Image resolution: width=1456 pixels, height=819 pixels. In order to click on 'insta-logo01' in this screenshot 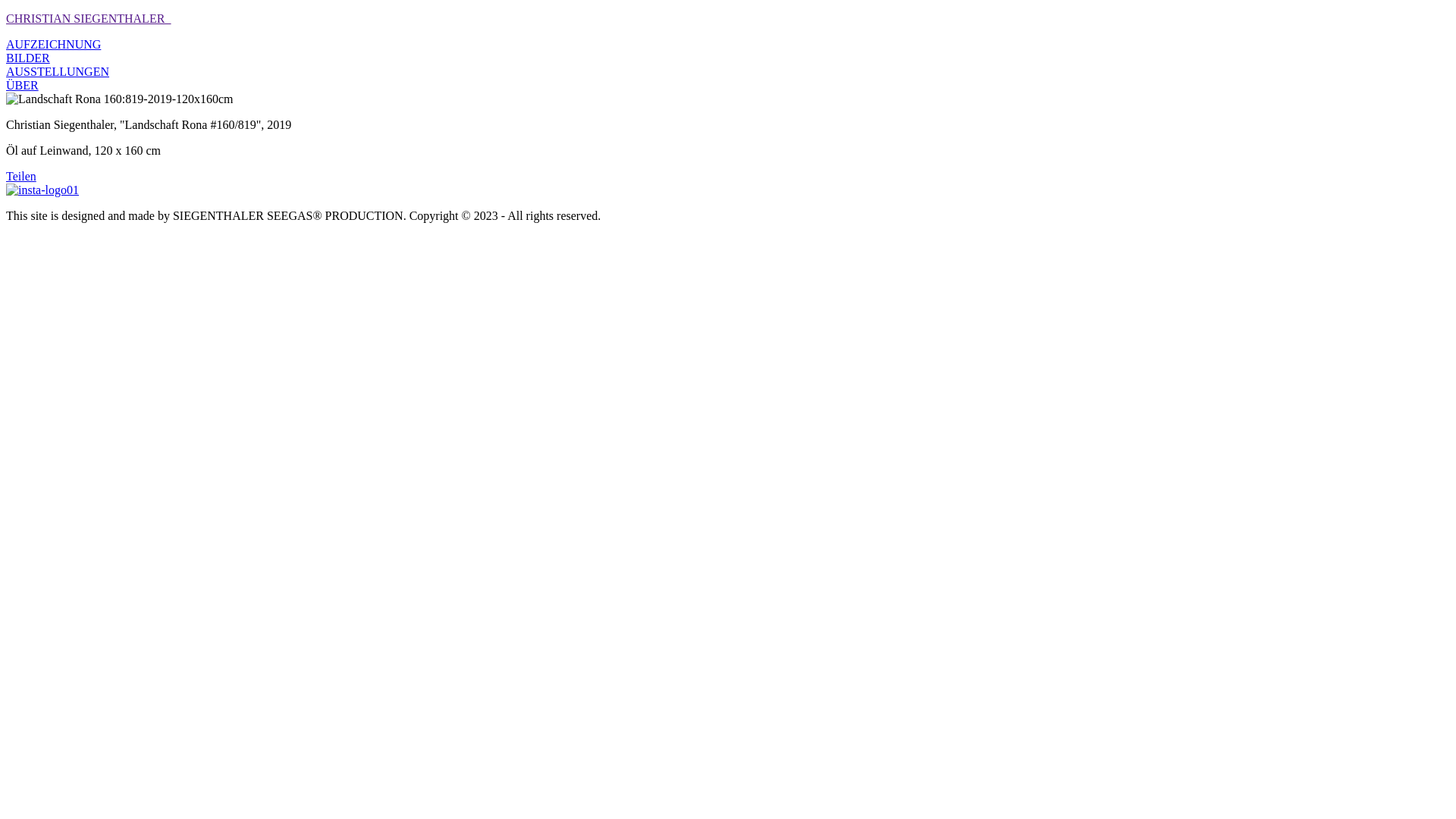, I will do `click(42, 189)`.